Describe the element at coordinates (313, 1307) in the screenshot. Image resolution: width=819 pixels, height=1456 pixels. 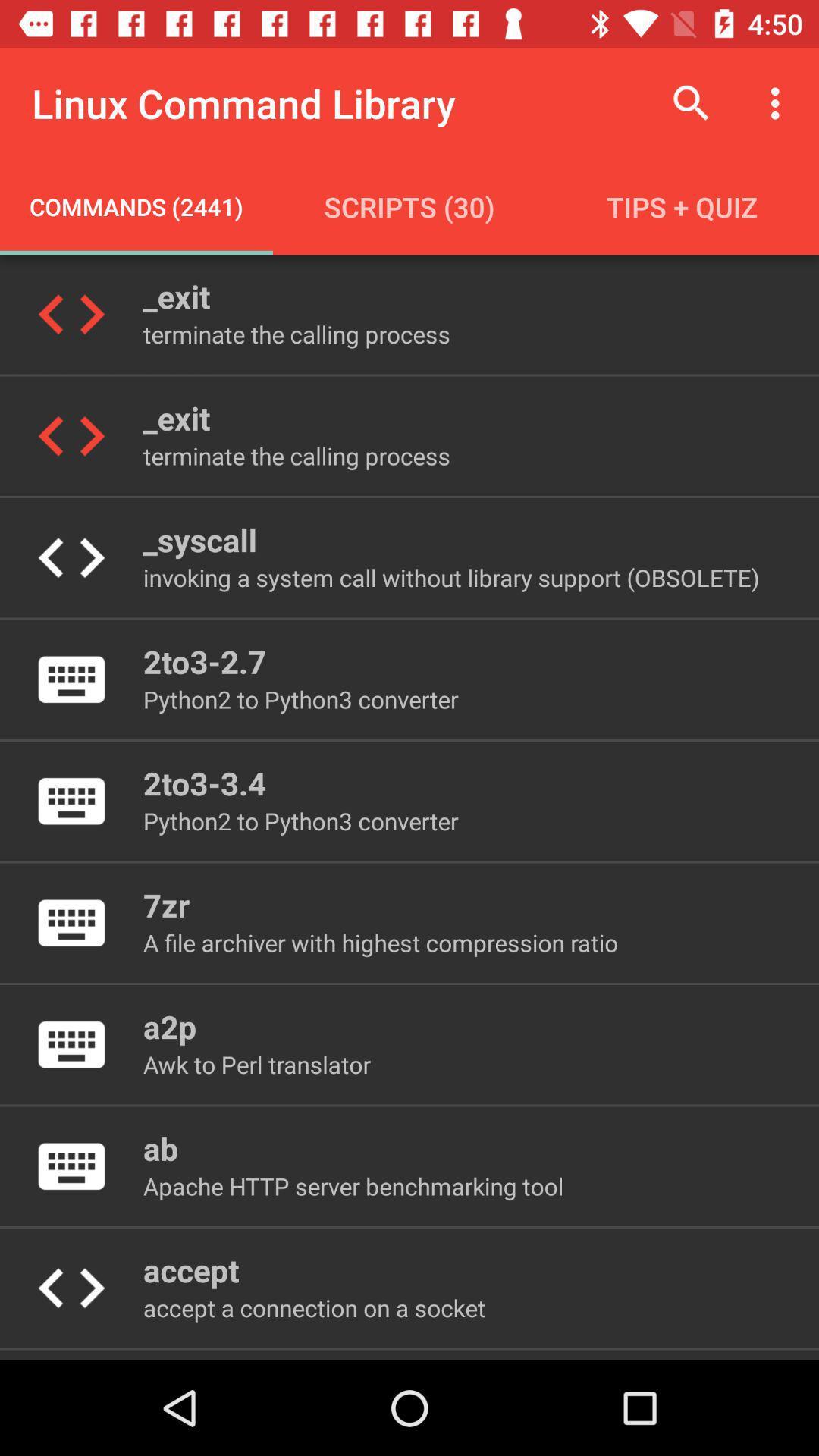
I see `item below the accept` at that location.